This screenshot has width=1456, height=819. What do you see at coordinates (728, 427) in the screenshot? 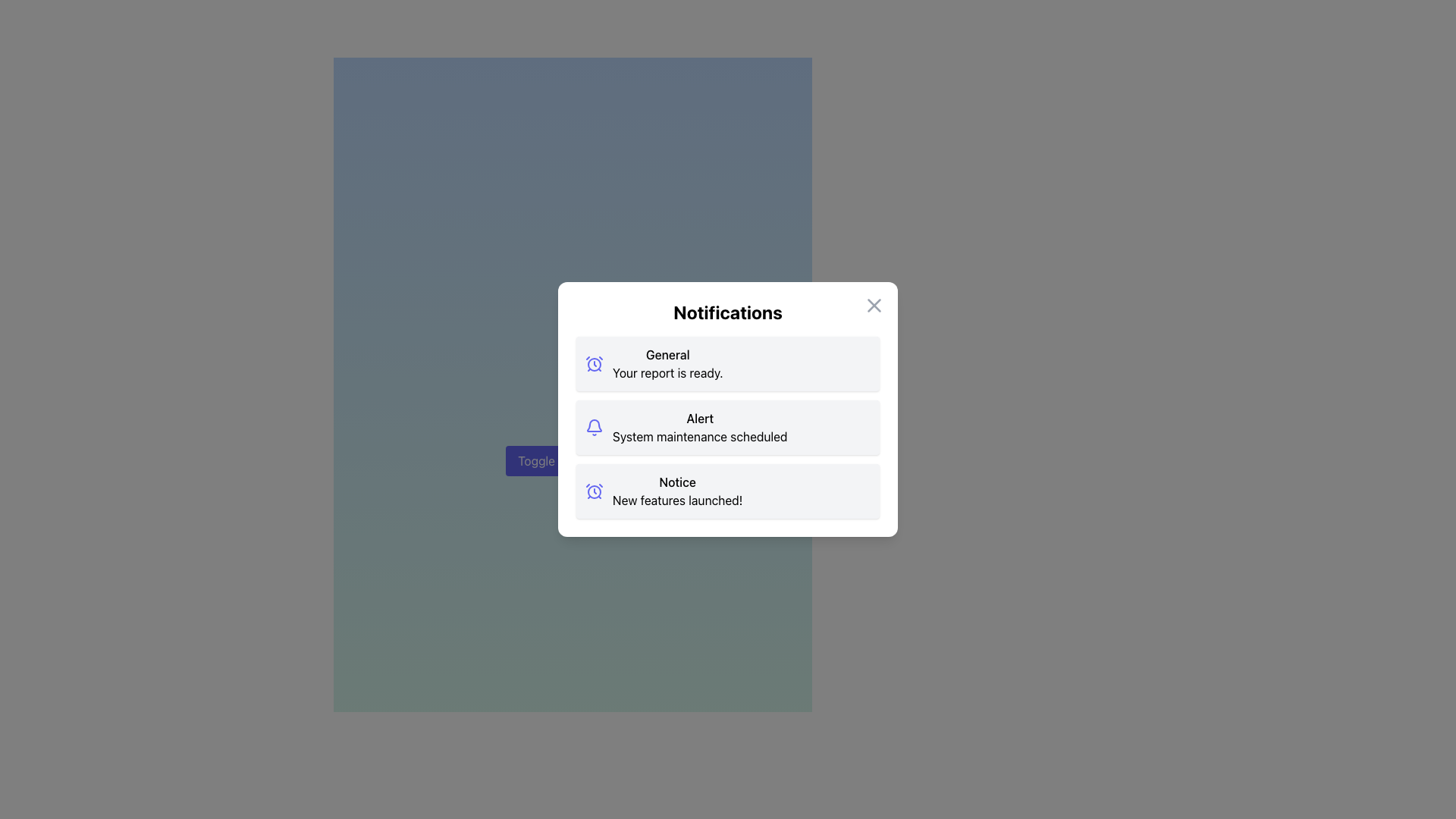
I see `the second notification item which has a light gray background, rounded corners, and contains a purple bell icon with the text 'Alert' and 'System maintenance scheduled'` at bounding box center [728, 427].